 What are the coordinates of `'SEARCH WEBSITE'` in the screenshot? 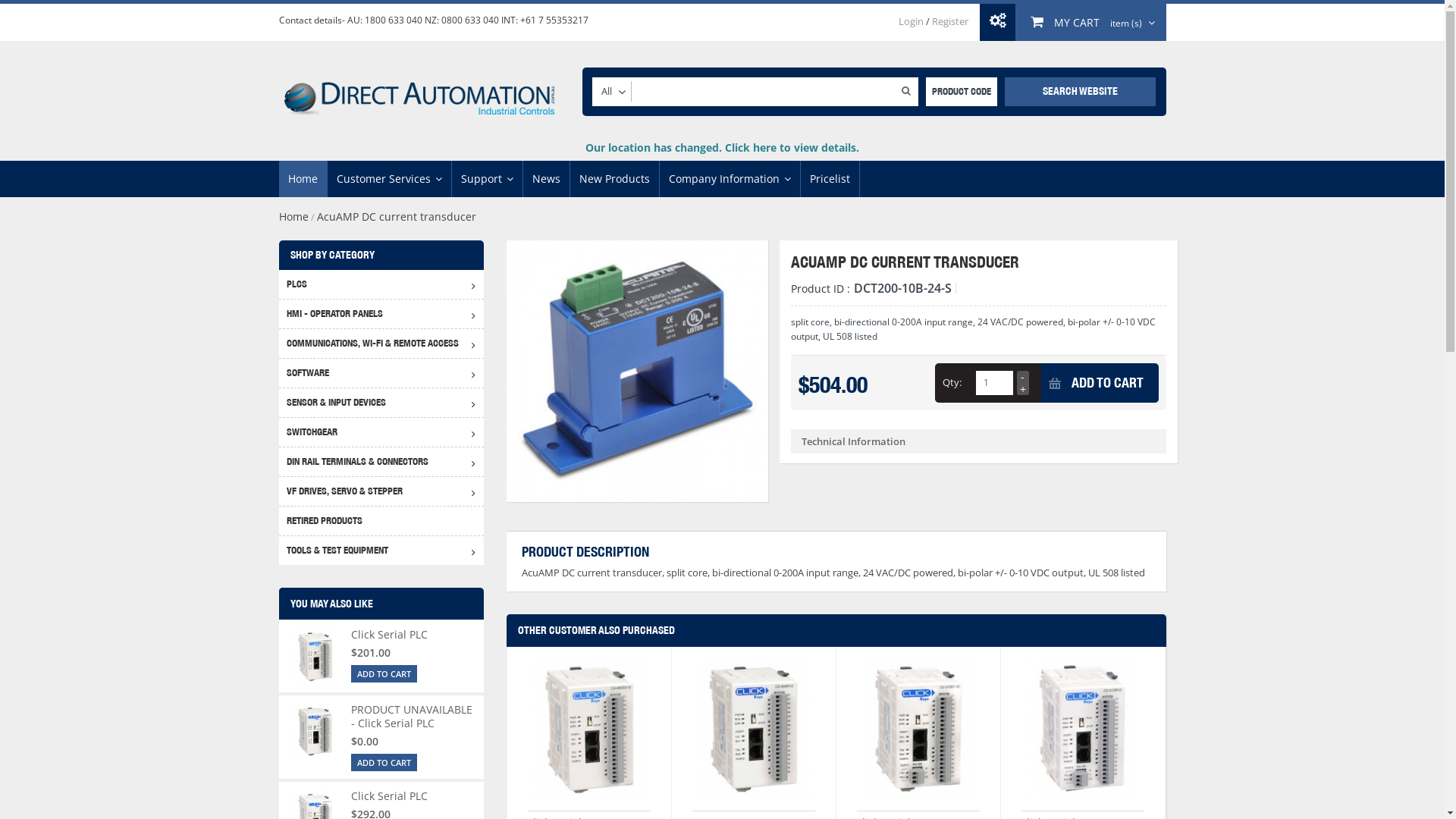 It's located at (1078, 91).